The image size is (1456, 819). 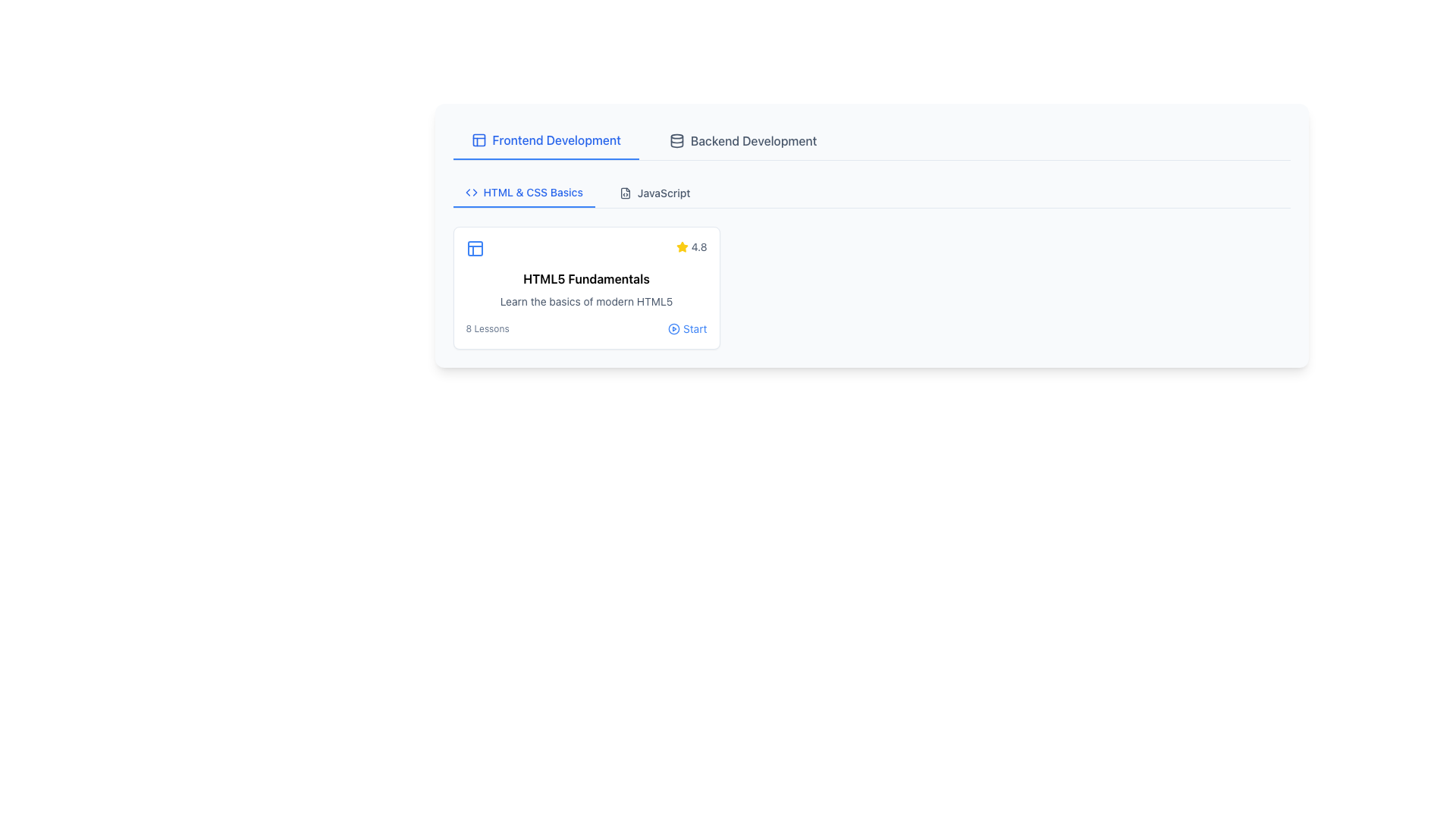 I want to click on the 'Backend Development' tab in the Tab Navigation Bar, so click(x=871, y=141).